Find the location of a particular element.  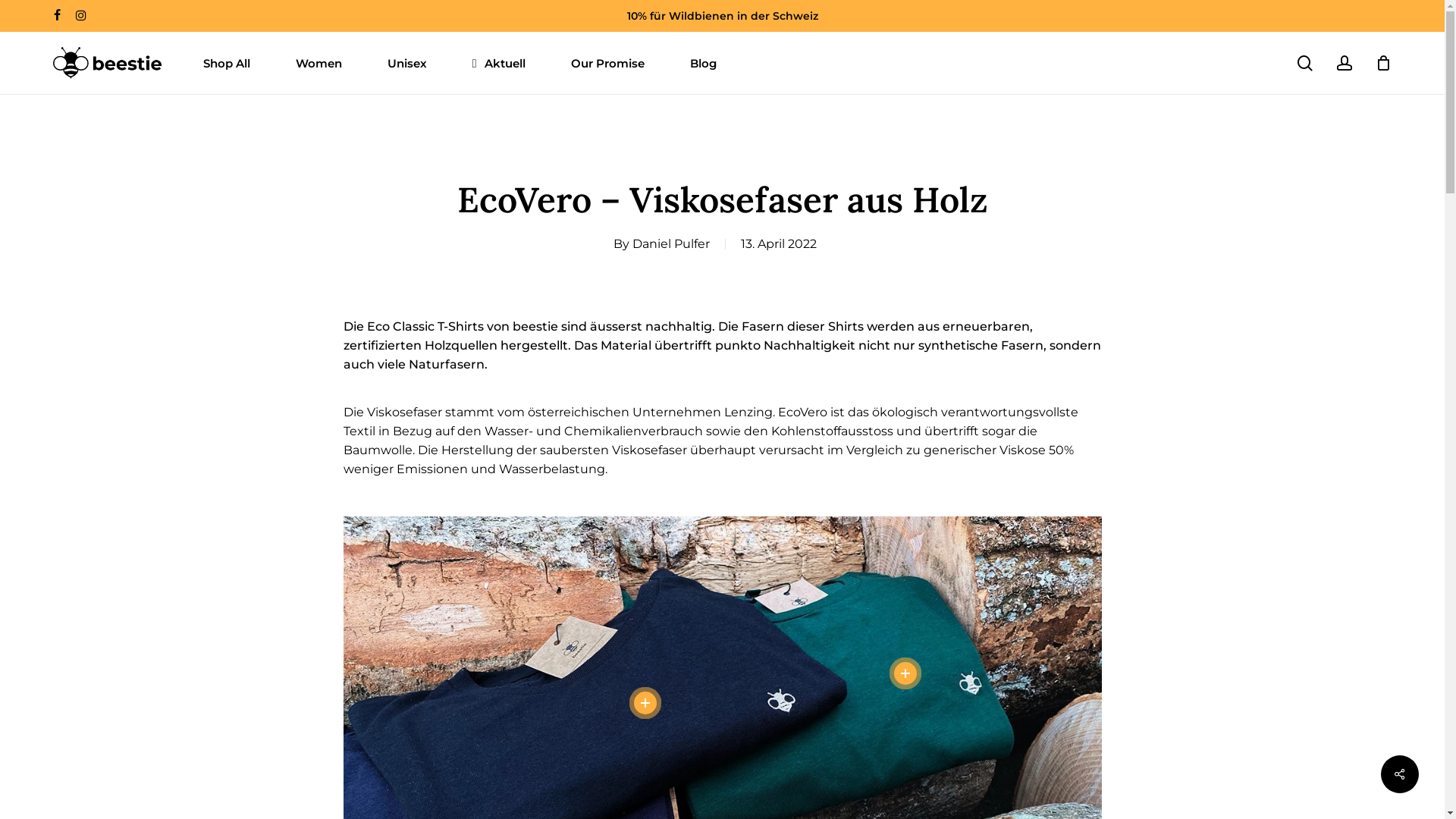

'Lenzing' is located at coordinates (747, 412).